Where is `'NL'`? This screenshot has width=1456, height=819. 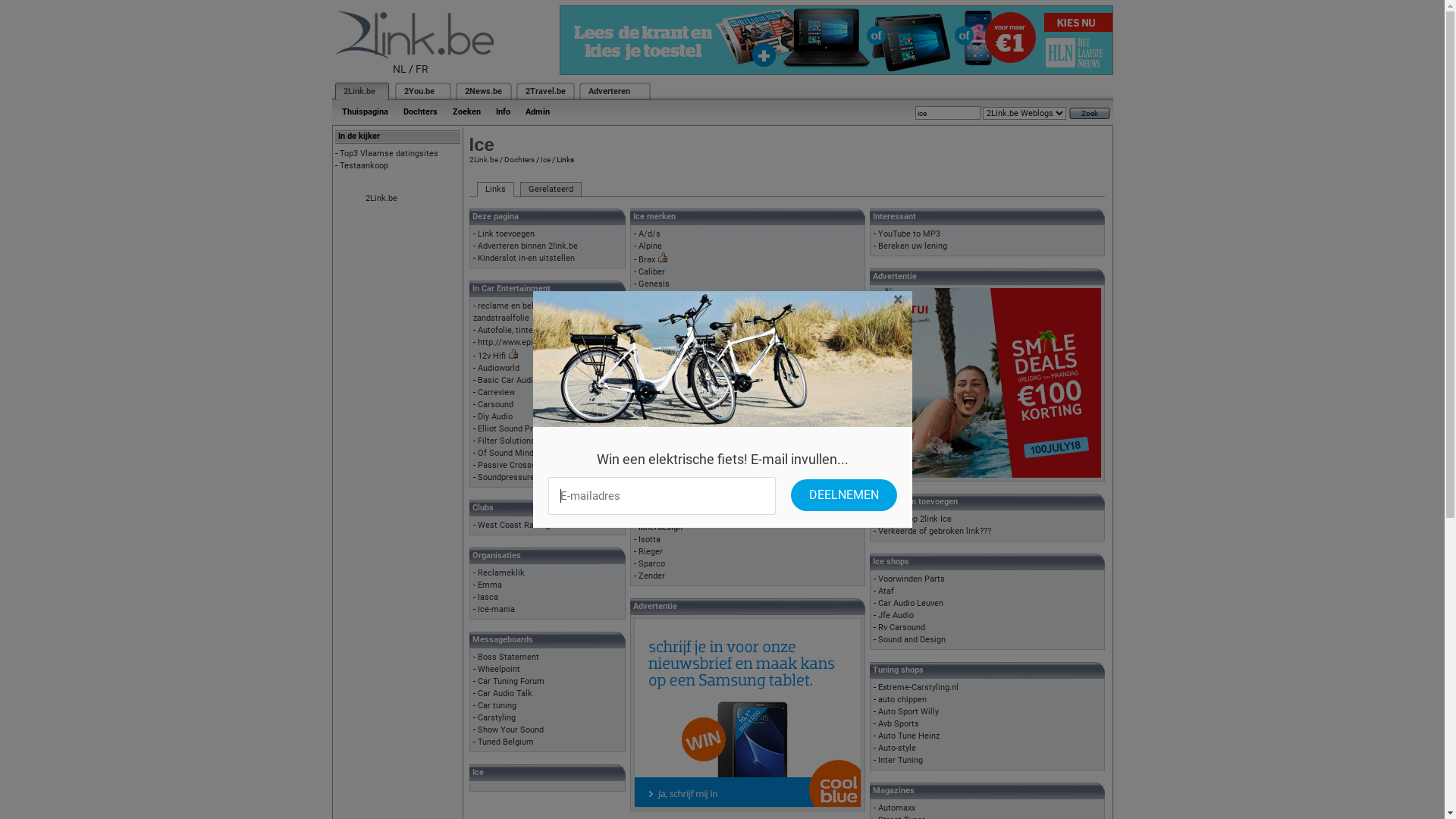
'NL' is located at coordinates (400, 69).